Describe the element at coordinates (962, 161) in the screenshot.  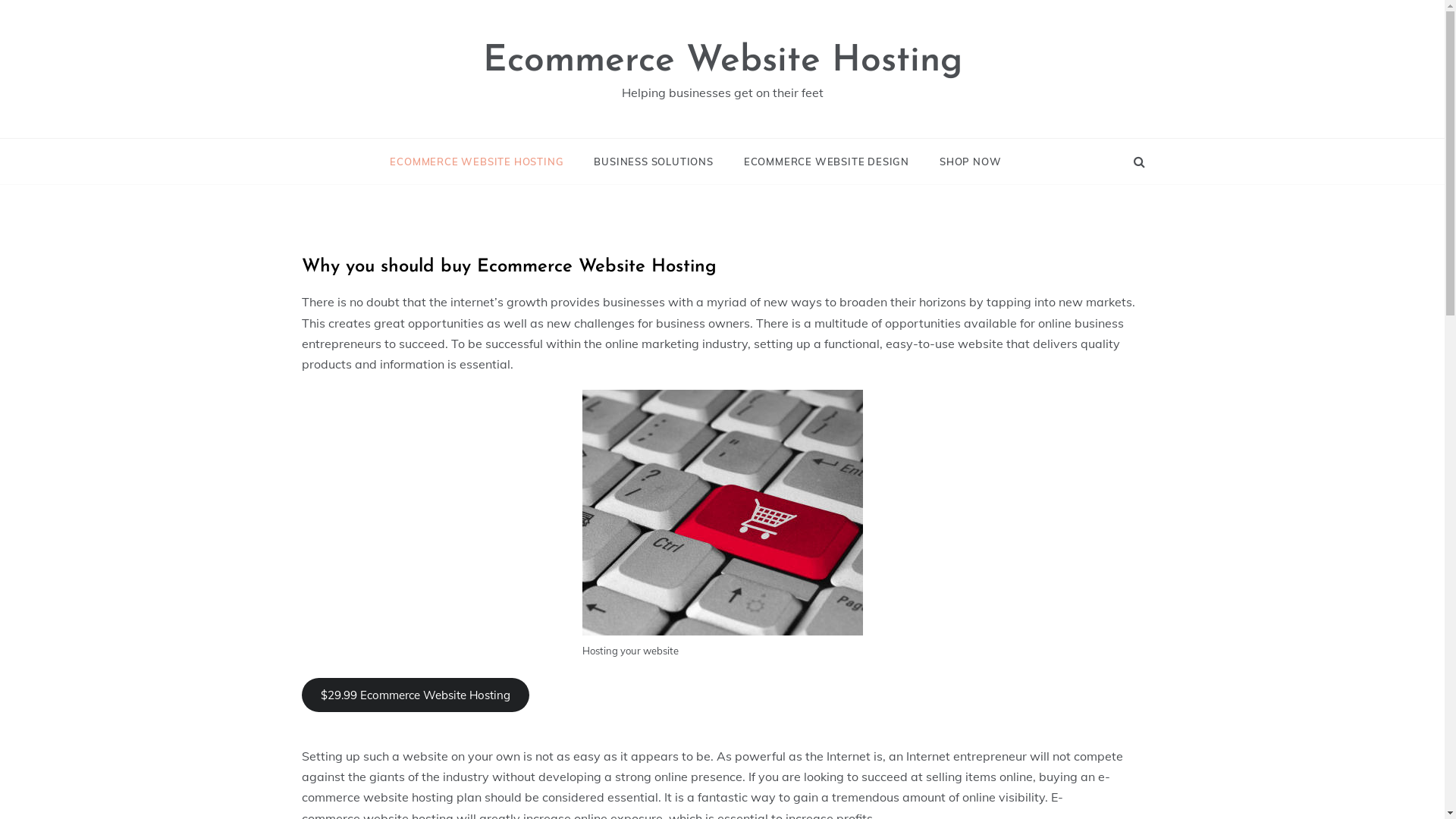
I see `'SHOP NOW'` at that location.